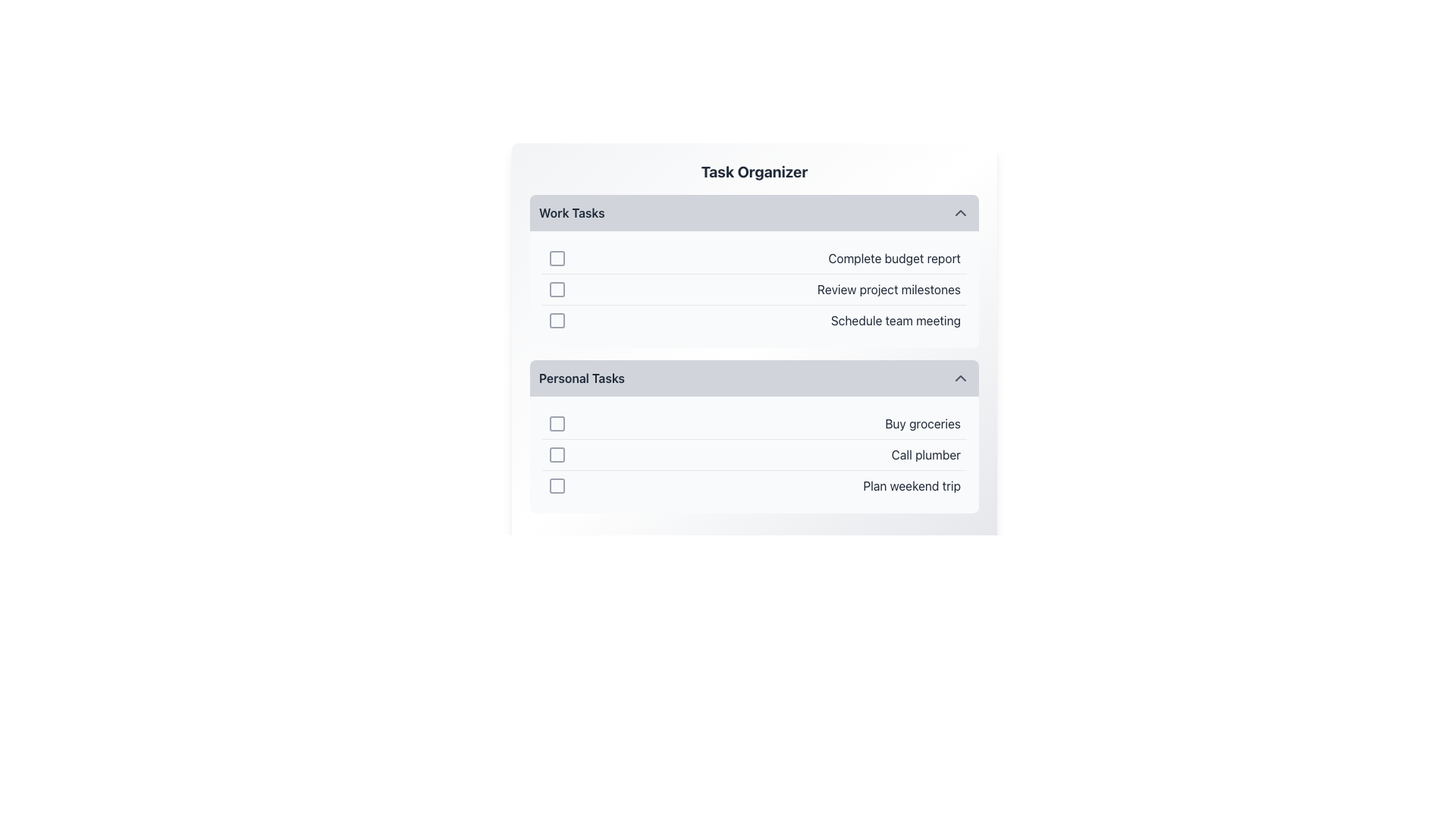  What do you see at coordinates (754, 424) in the screenshot?
I see `the checkbox of the first task item labeled 'Buy groceries' in the 'Personal Tasks' section` at bounding box center [754, 424].